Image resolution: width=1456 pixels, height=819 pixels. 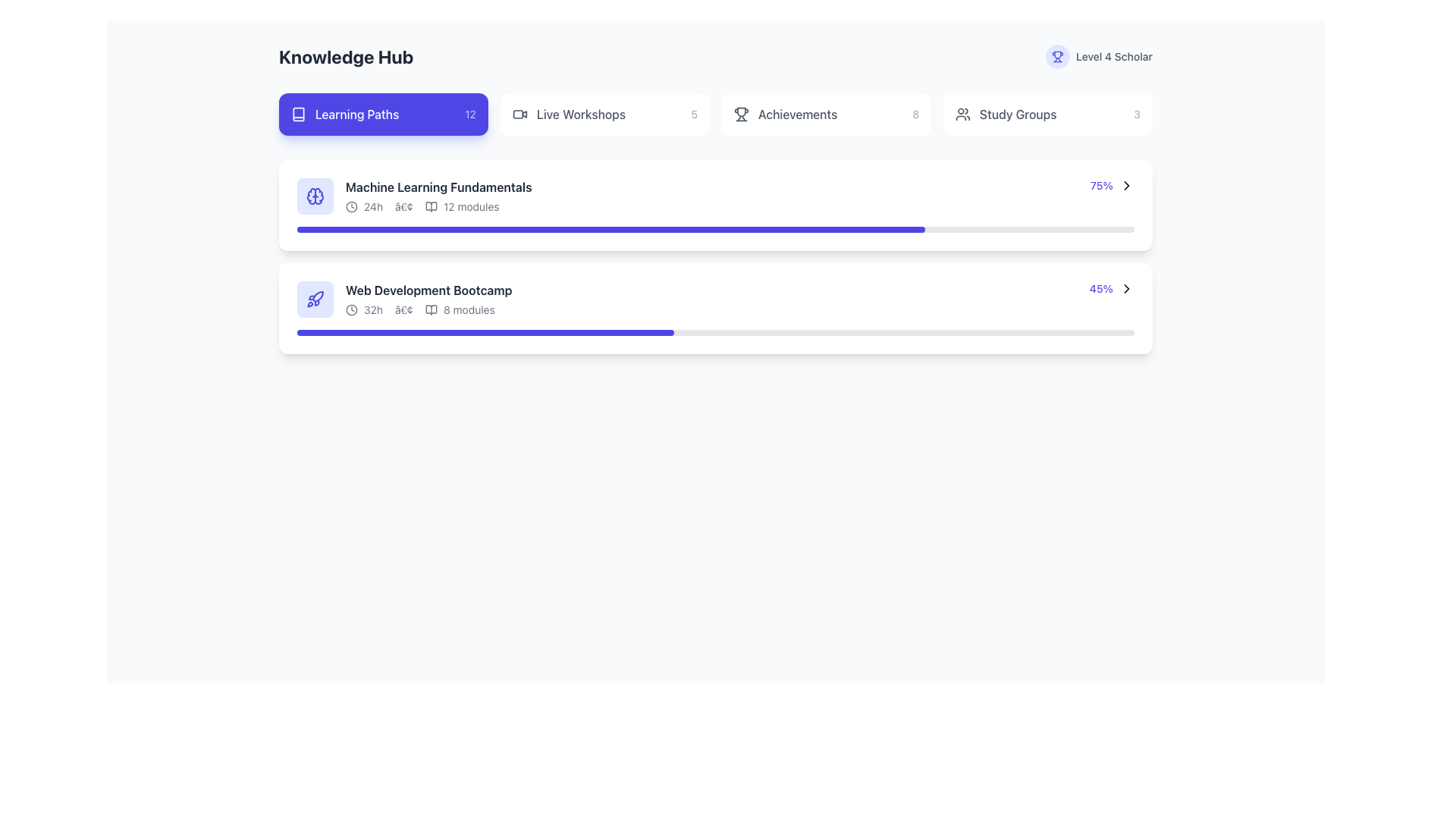 I want to click on the Grouped content block that combines an icon and text, which serves as a navigational link to 'Learning Paths', so click(x=344, y=113).